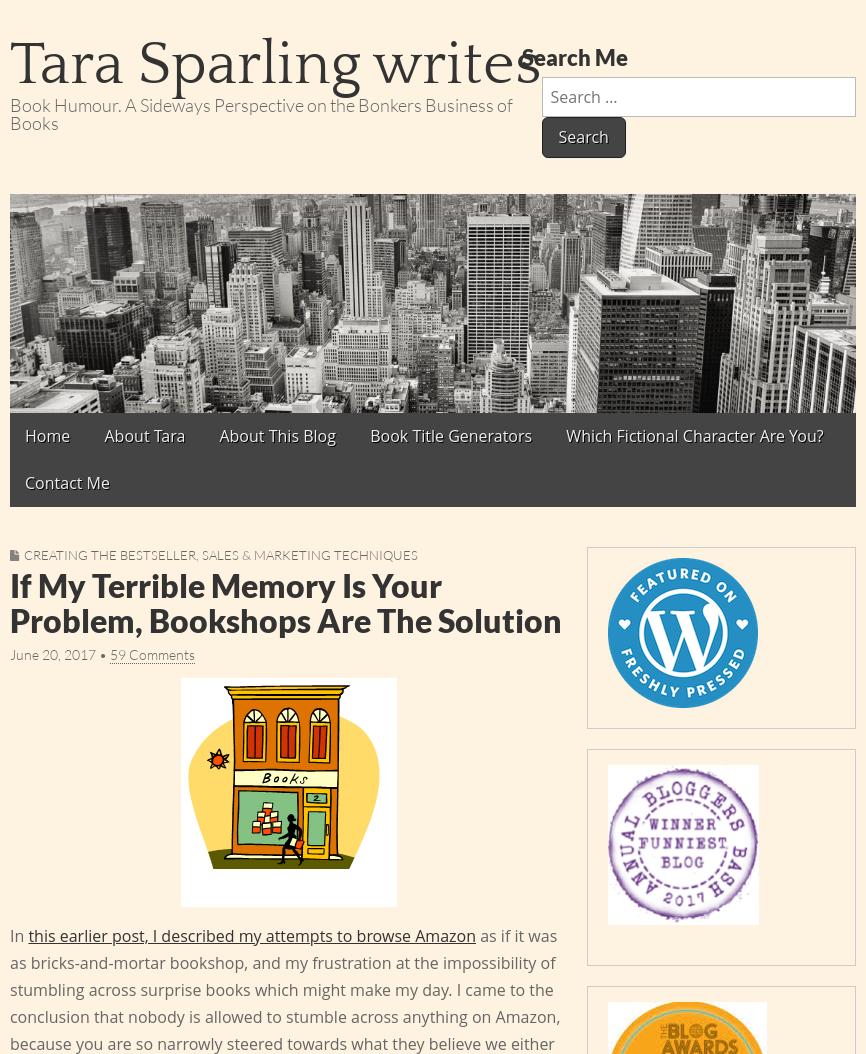 The height and width of the screenshot is (1054, 866). I want to click on 'Book Title Generators', so click(451, 434).